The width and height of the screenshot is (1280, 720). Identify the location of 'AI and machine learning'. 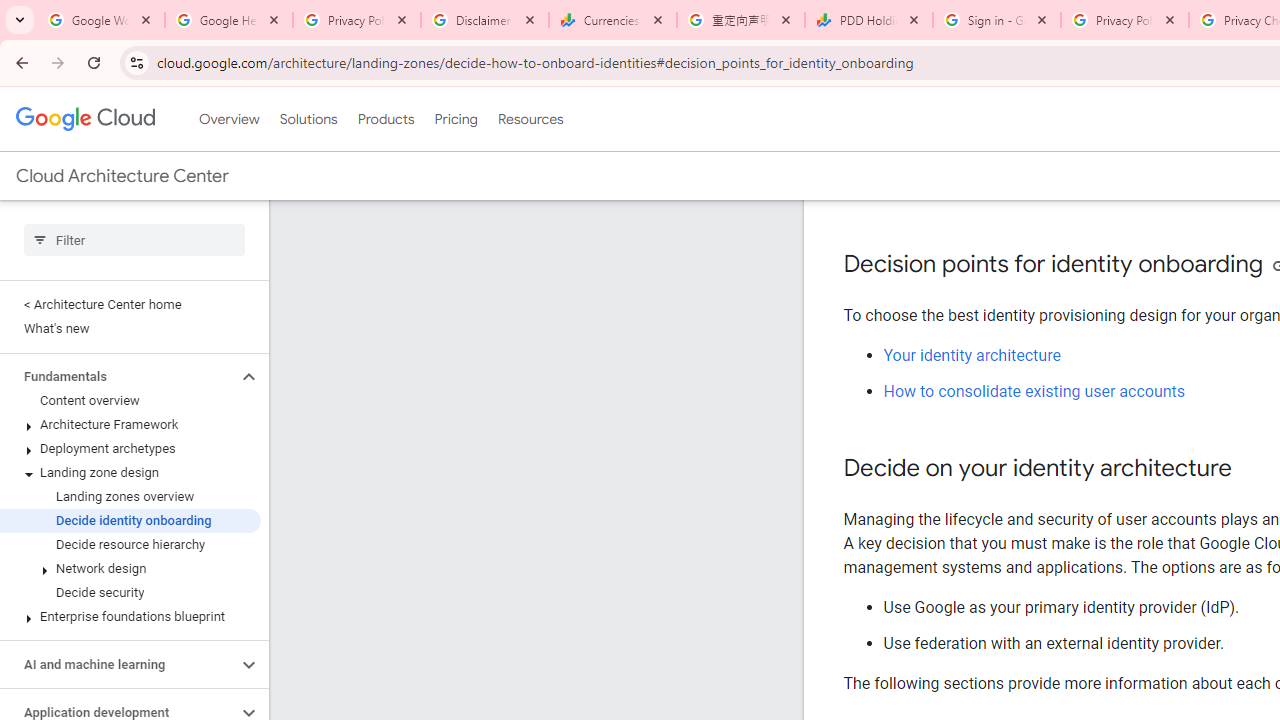
(117, 664).